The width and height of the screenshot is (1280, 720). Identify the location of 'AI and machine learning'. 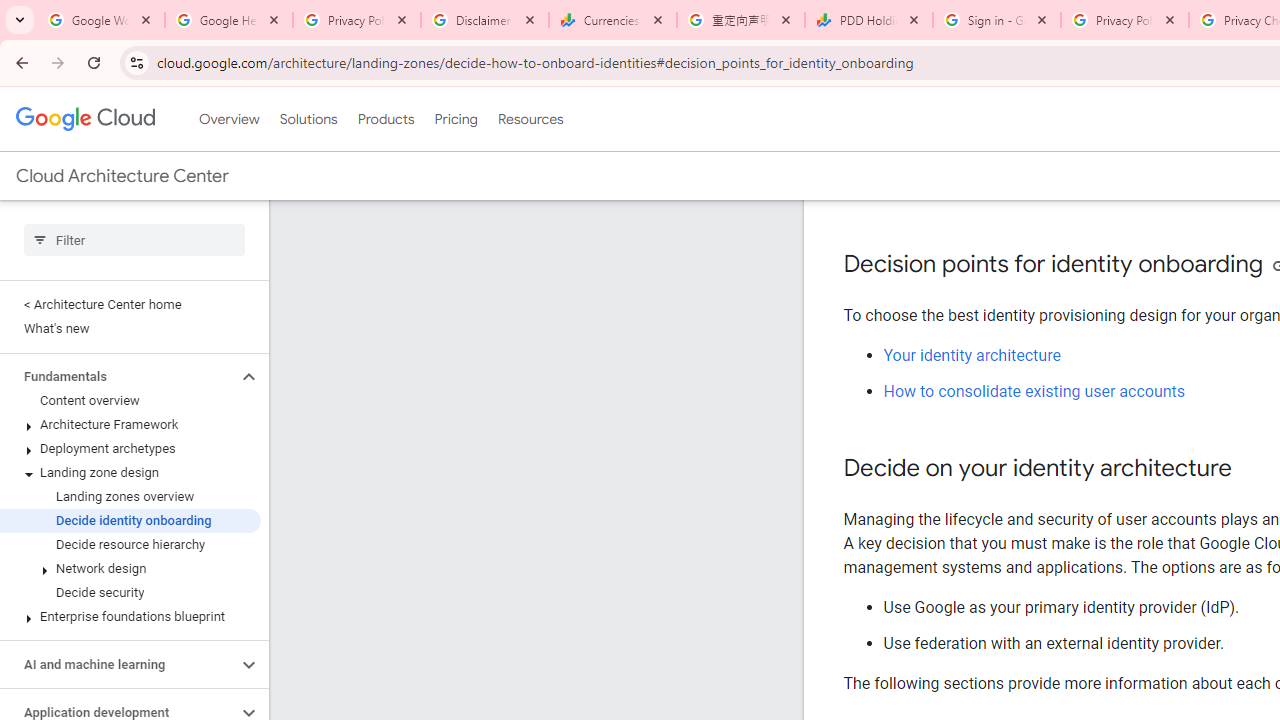
(117, 664).